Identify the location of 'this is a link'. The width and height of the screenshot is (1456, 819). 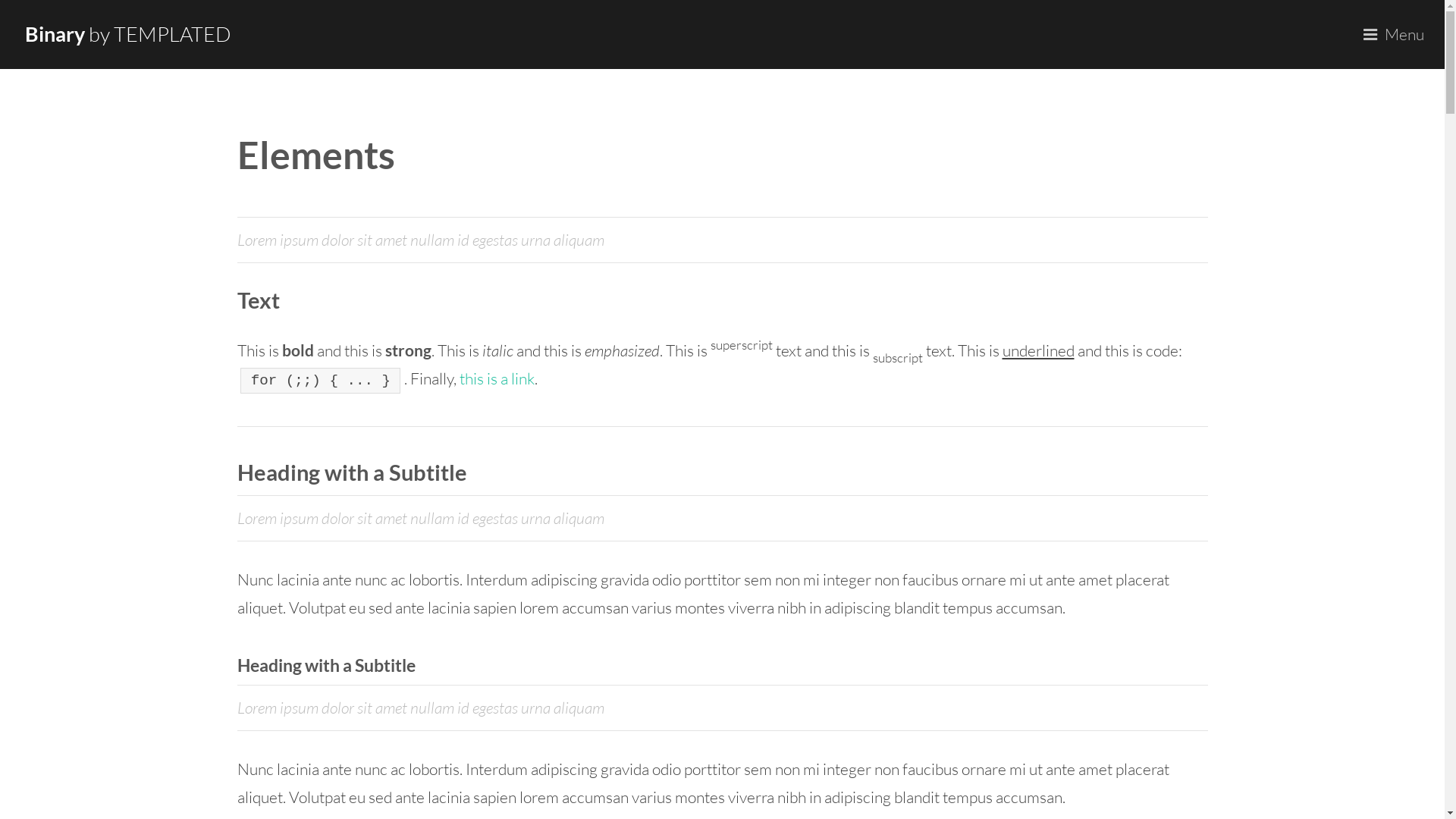
(497, 377).